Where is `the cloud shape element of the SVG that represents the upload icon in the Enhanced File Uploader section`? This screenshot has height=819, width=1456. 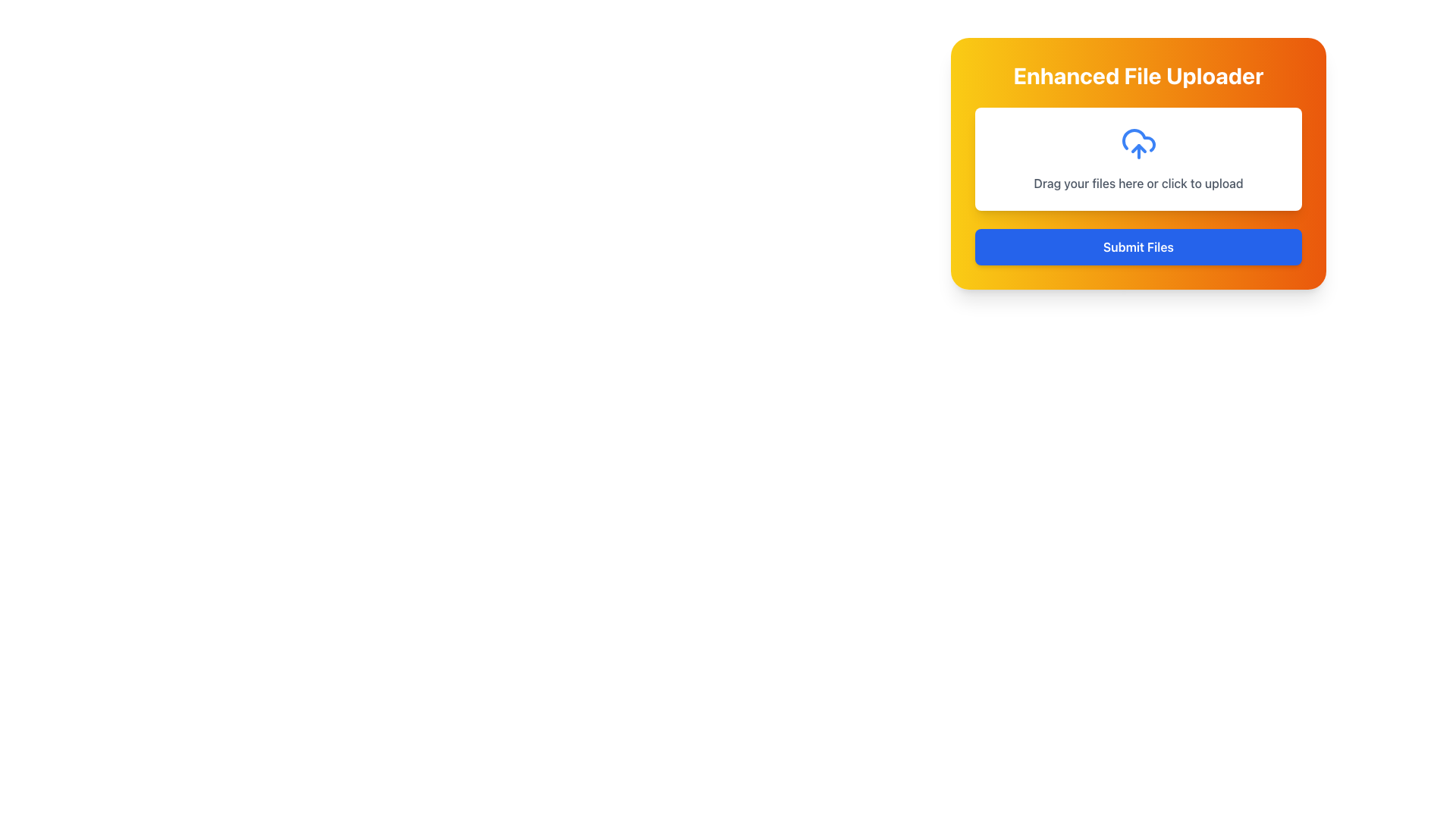
the cloud shape element of the SVG that represents the upload icon in the Enhanced File Uploader section is located at coordinates (1138, 140).